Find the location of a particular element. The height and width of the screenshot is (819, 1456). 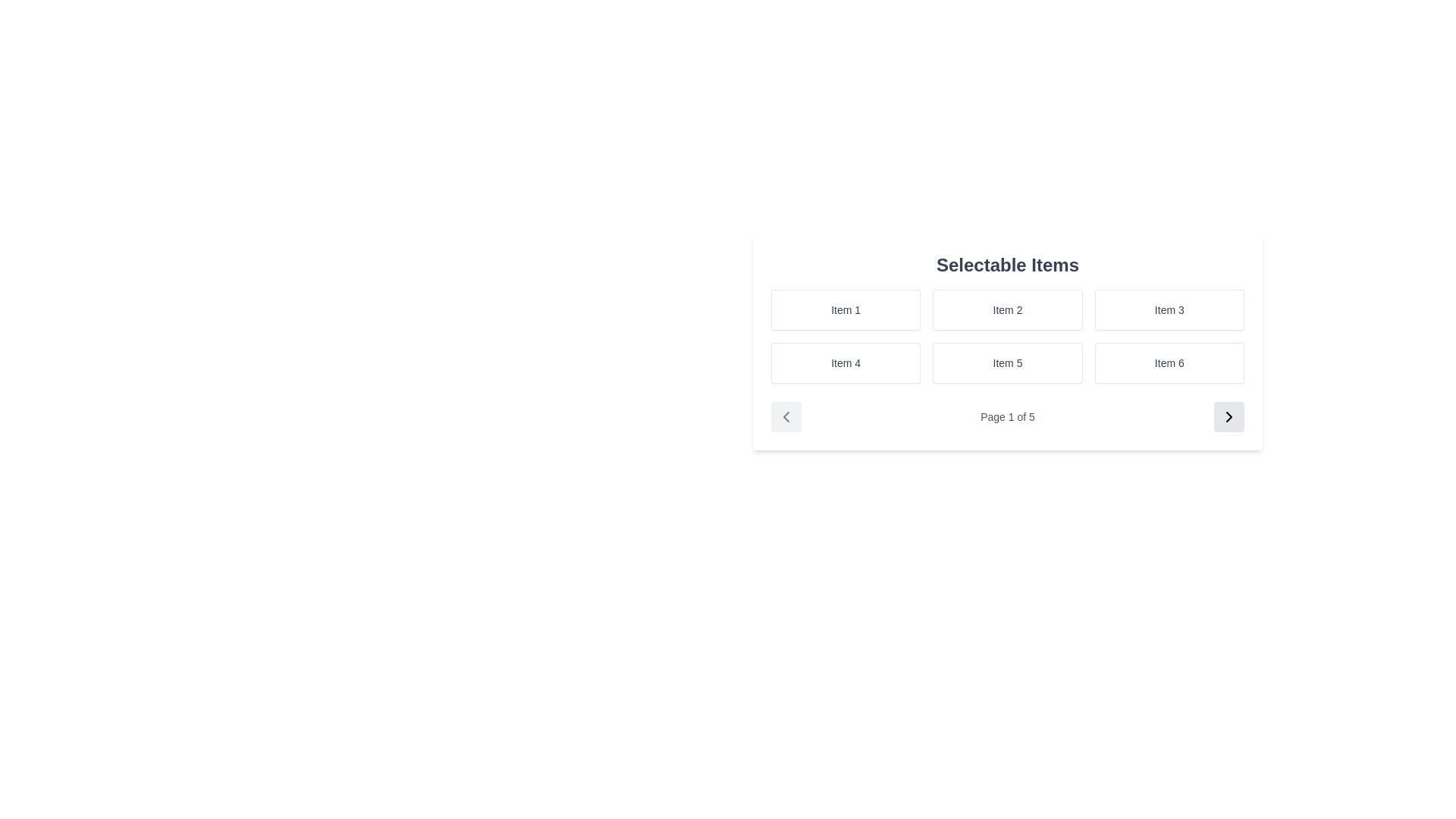

the selectable item in the second column of the first row in the 'Selectable Items' grid is located at coordinates (1008, 309).